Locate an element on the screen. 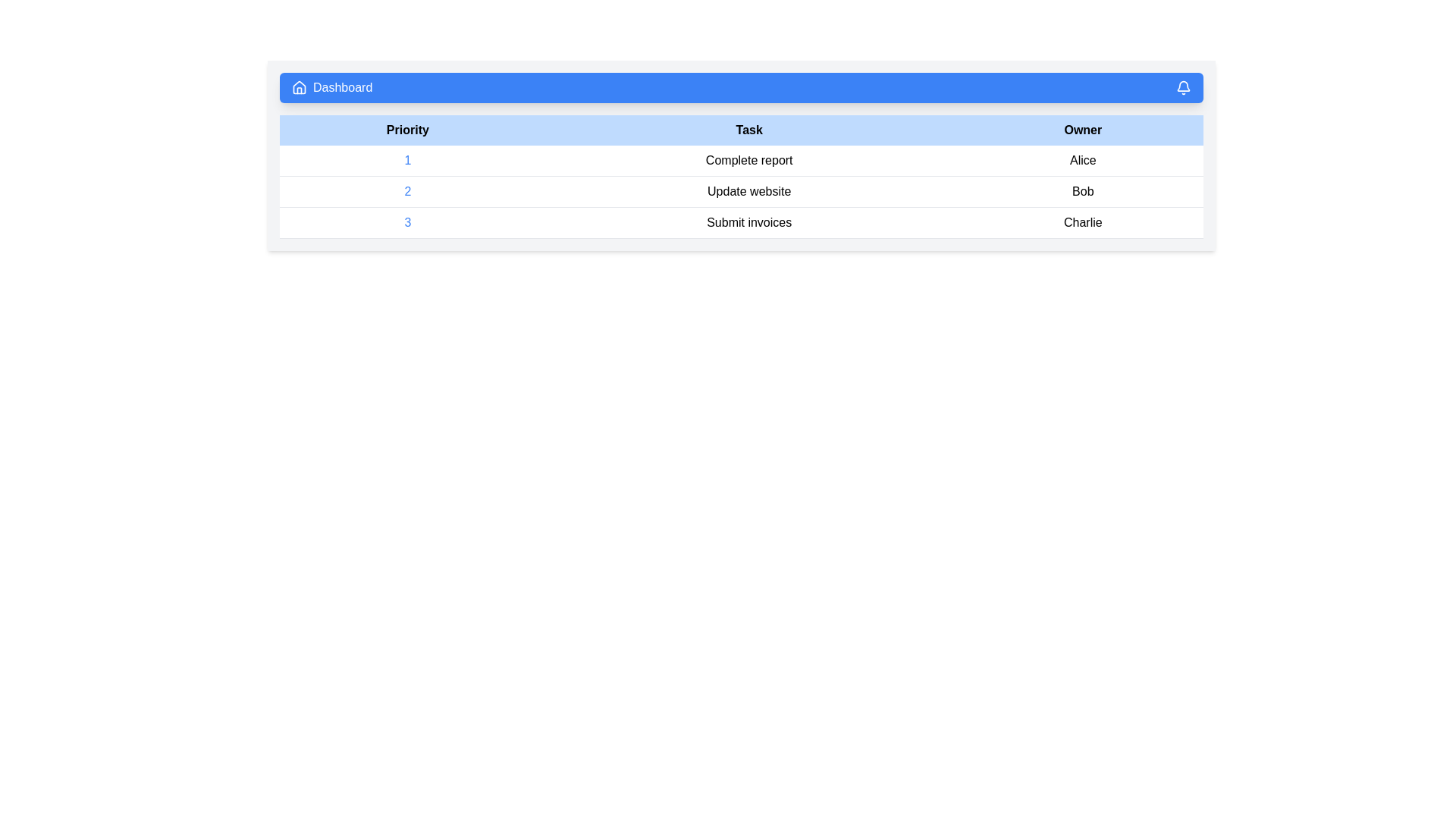 Image resolution: width=1456 pixels, height=819 pixels. the text label displaying the name 'Bob' in black color under the 'Owner' column, aligned with the task titled 'Update website' is located at coordinates (1082, 191).